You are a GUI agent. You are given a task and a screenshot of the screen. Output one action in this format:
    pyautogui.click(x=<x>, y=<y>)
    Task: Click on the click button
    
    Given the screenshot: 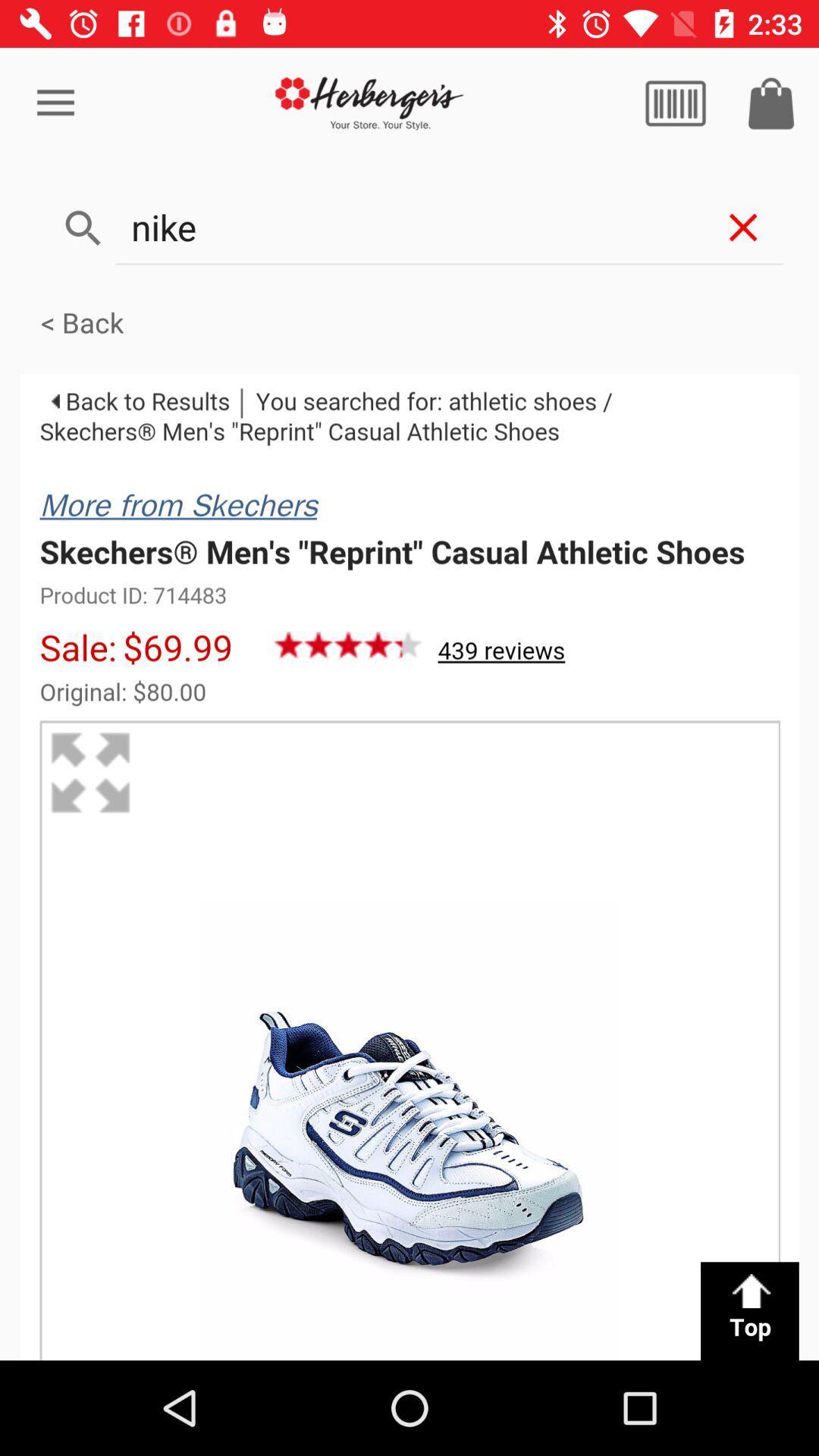 What is the action you would take?
    pyautogui.click(x=675, y=102)
    